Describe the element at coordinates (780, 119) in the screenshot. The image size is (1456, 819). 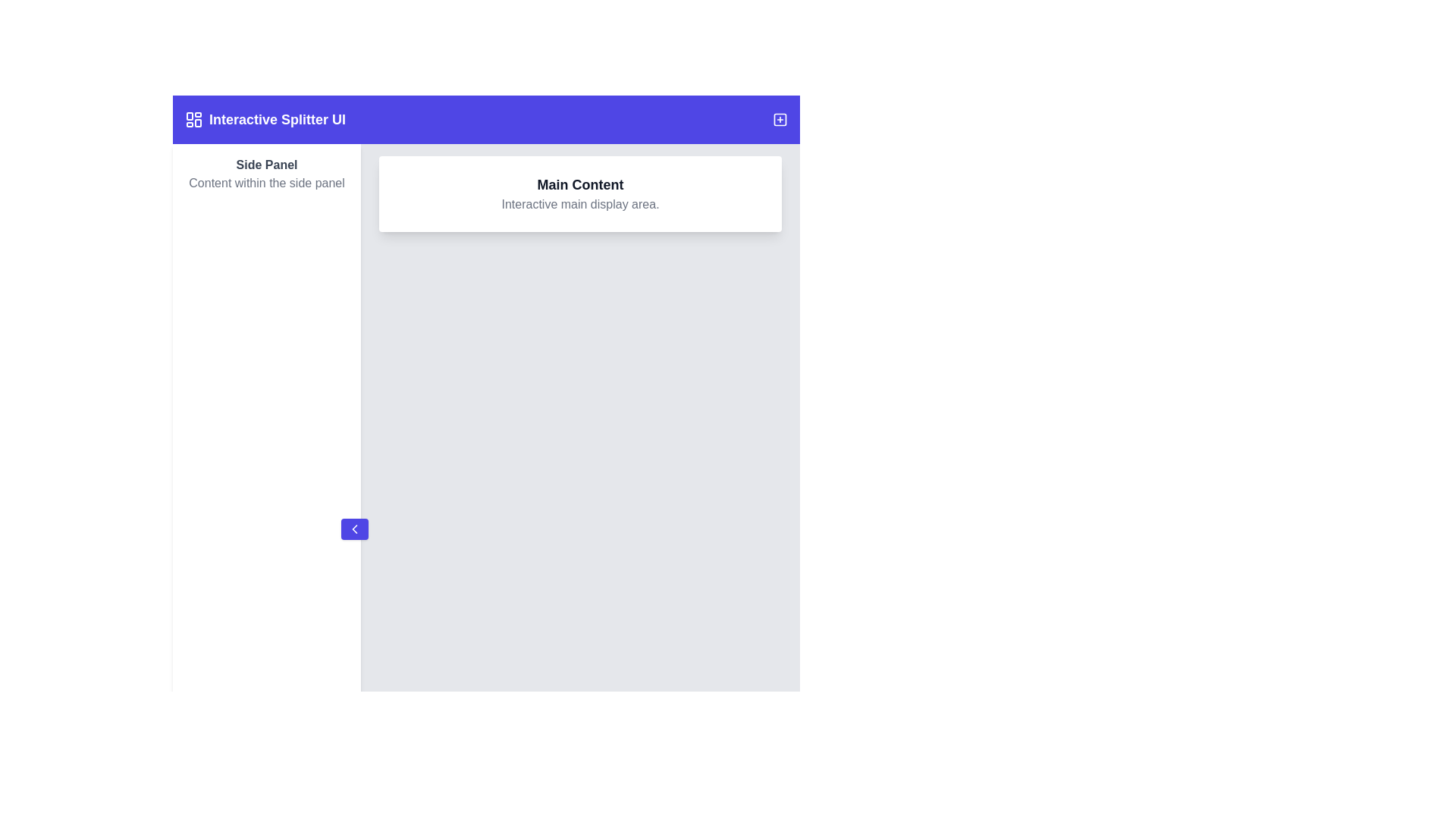
I see `the square-shaped icon button with a plus sign located in the top-right corner of the 'Interactive Splitter UI' header bar` at that location.